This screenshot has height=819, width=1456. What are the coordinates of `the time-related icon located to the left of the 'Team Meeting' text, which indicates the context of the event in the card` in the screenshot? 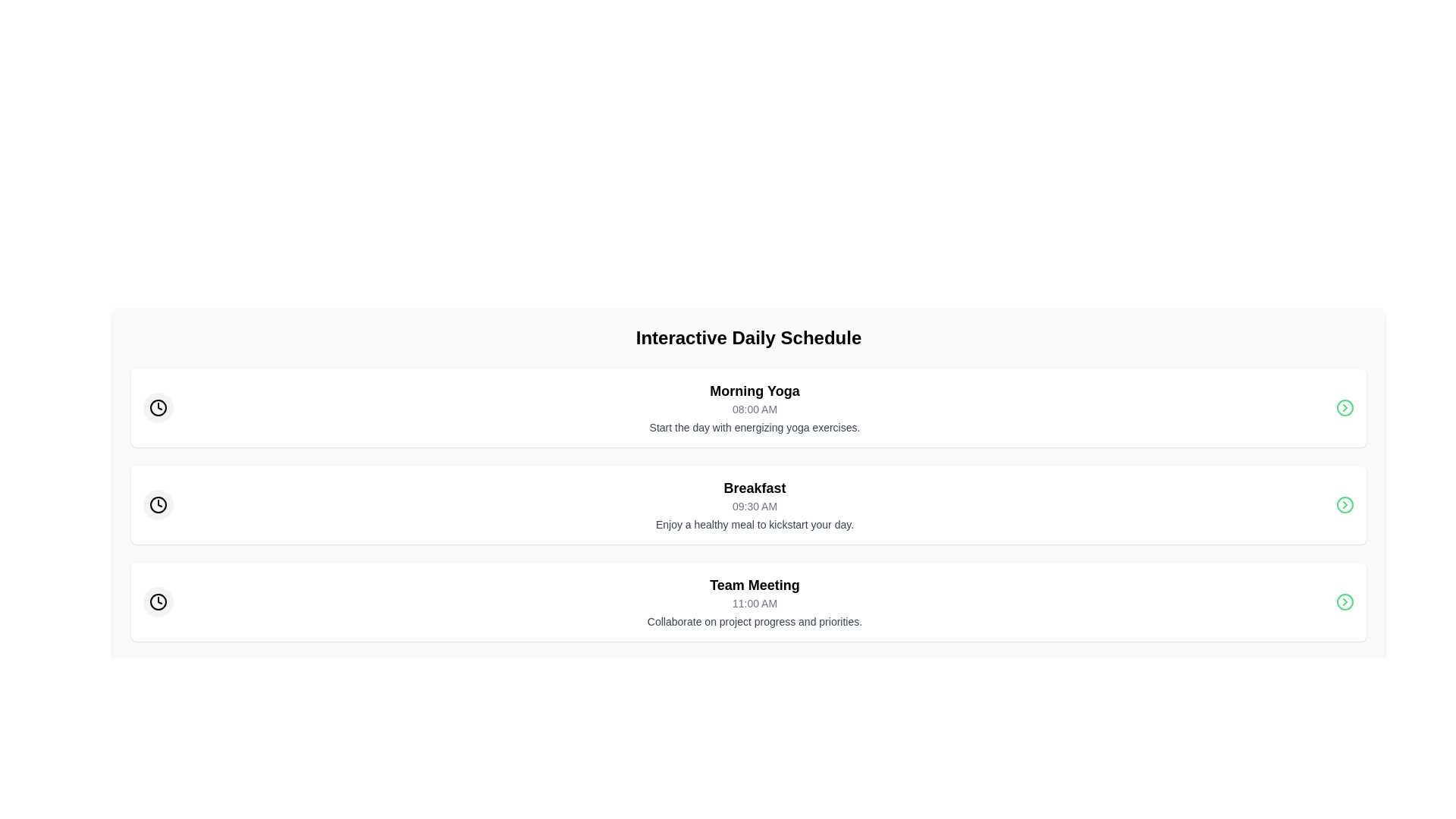 It's located at (158, 601).